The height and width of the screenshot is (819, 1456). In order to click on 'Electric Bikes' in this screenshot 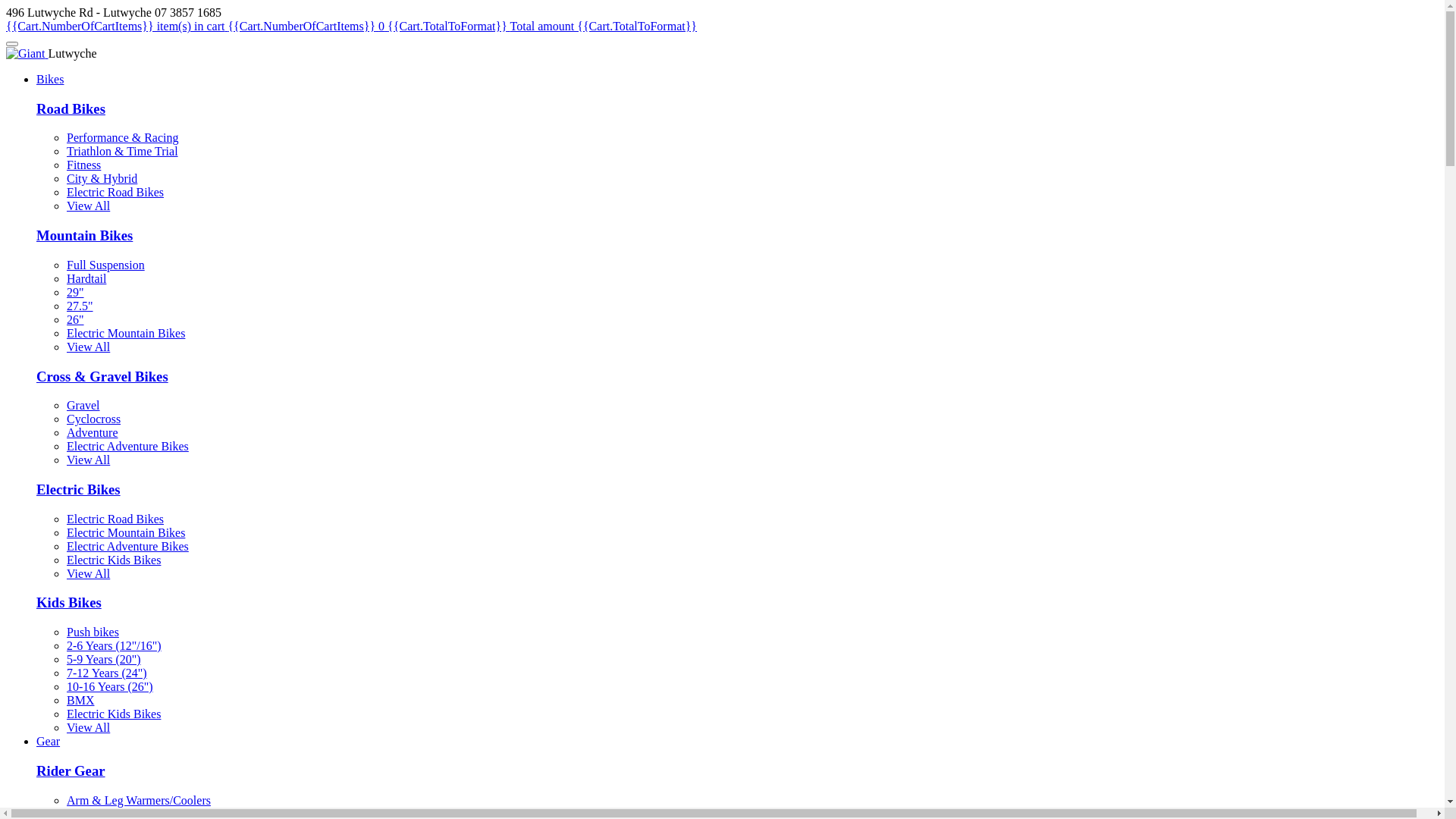, I will do `click(36, 489)`.